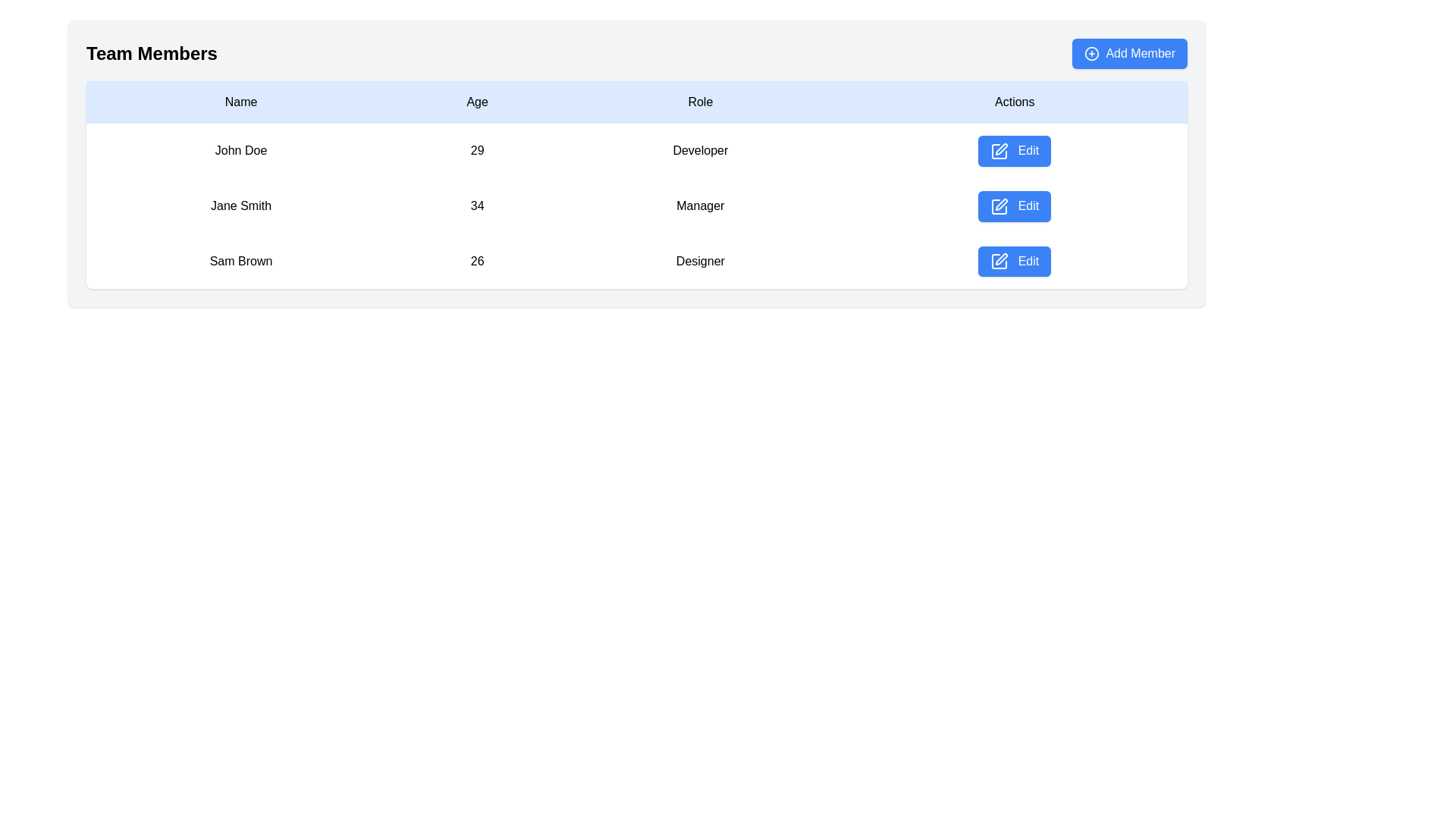 The width and height of the screenshot is (1456, 819). I want to click on the first 'Edit' button in the 'Actions' column of the table for 'John Doe', so click(1015, 151).